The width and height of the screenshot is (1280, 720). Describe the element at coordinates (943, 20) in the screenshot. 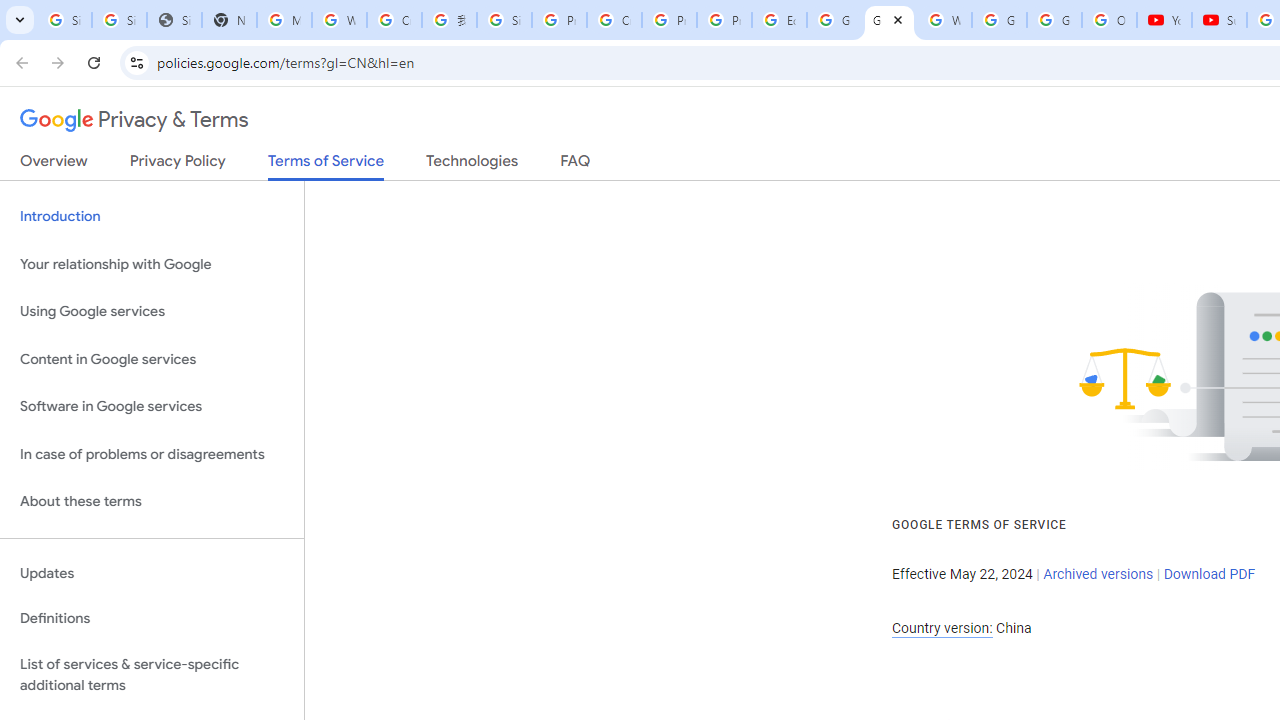

I see `'Welcome to My Activity'` at that location.